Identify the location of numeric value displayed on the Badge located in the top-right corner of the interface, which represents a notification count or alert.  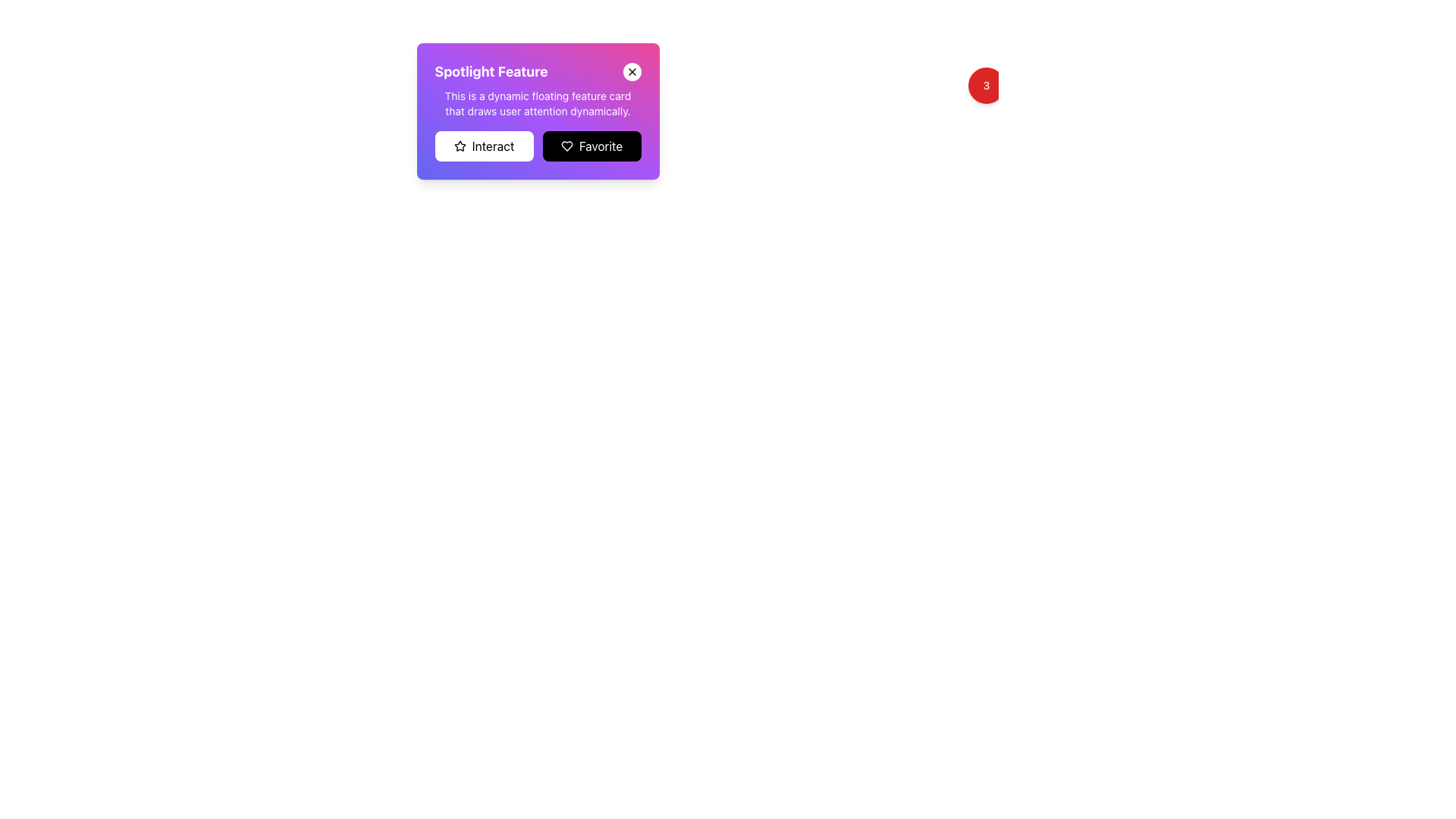
(986, 85).